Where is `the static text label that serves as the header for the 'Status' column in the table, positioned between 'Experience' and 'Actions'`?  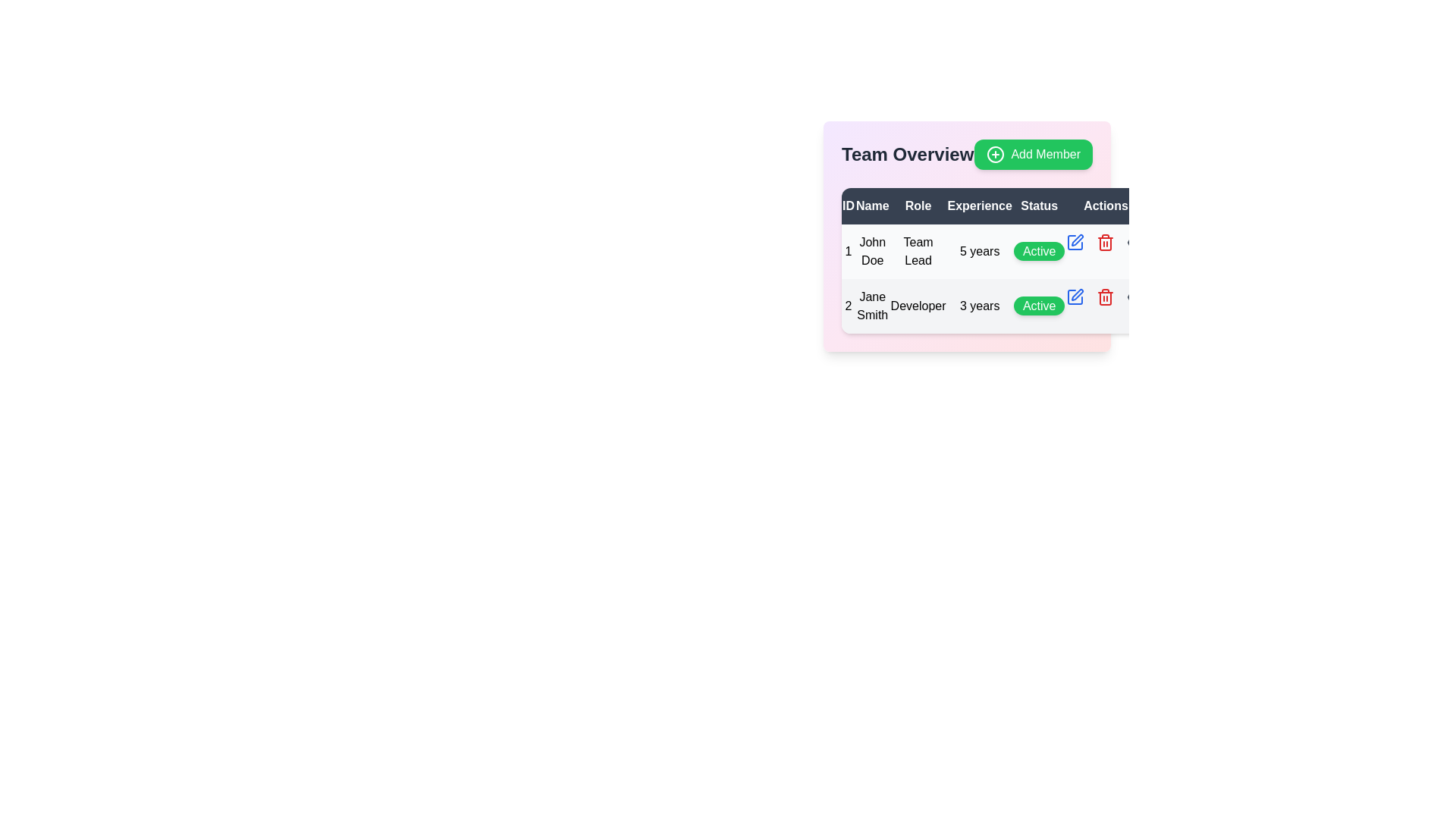
the static text label that serves as the header for the 'Status' column in the table, positioned between 'Experience' and 'Actions' is located at coordinates (1038, 206).